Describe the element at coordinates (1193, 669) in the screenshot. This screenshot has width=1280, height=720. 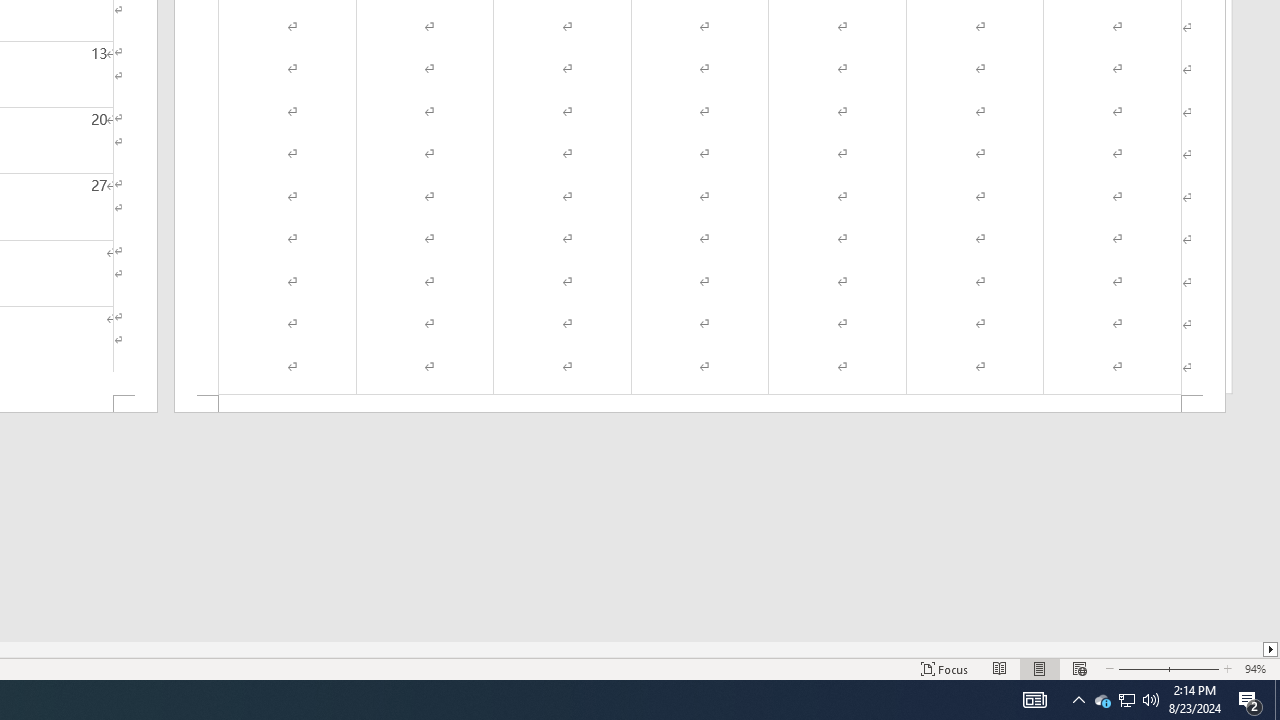
I see `'Zoom In'` at that location.